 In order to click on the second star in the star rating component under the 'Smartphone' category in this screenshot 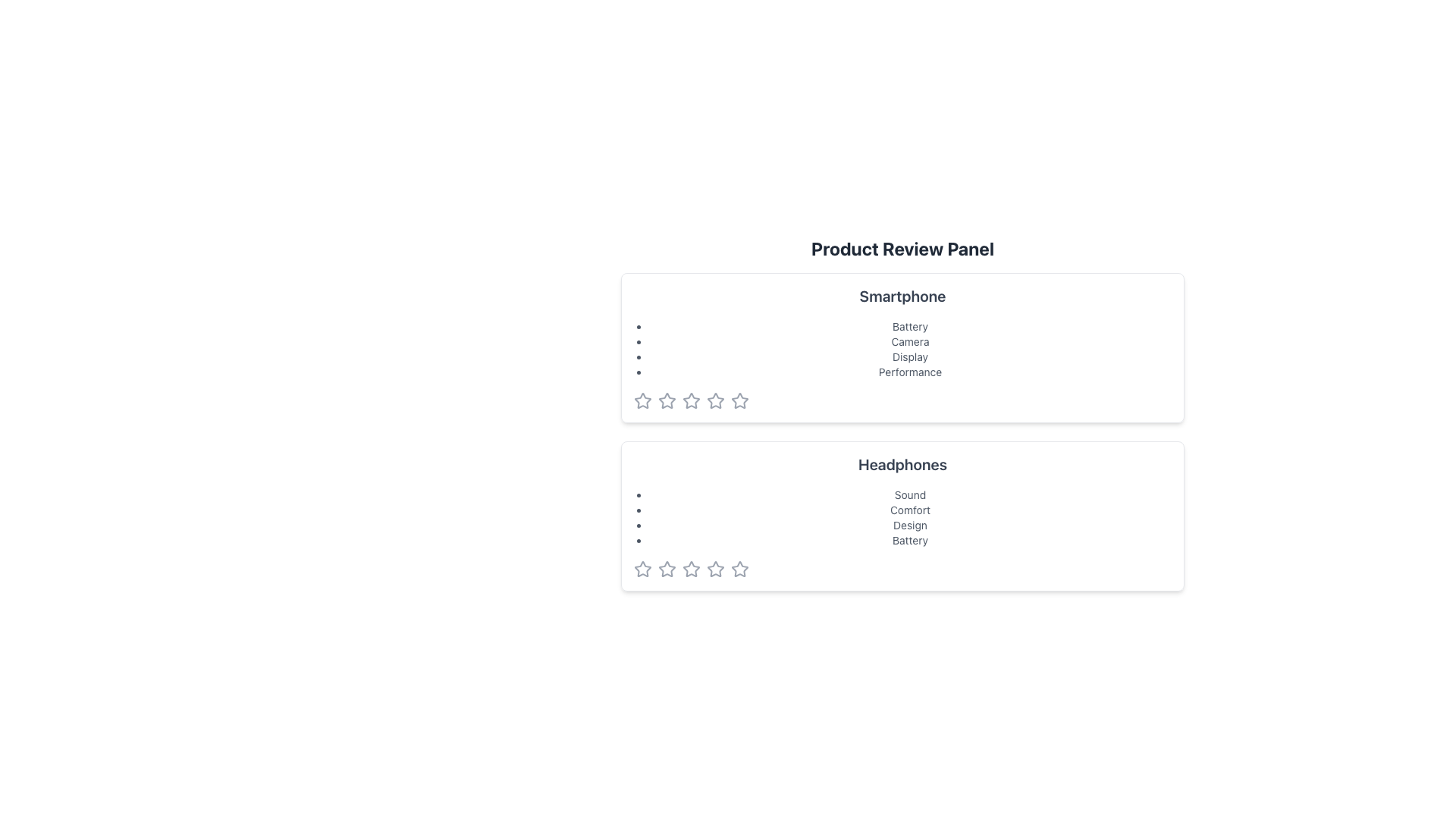, I will do `click(691, 400)`.